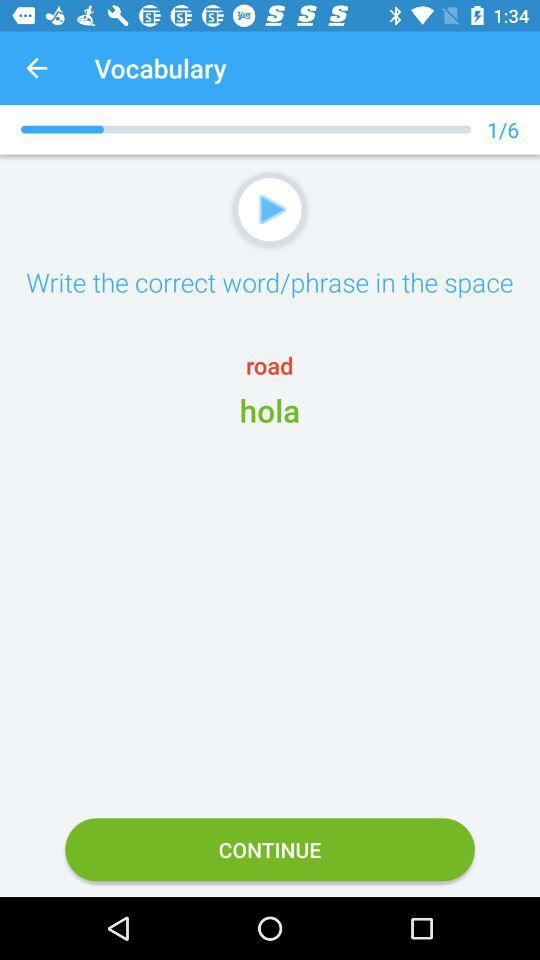 This screenshot has height=960, width=540. Describe the element at coordinates (36, 68) in the screenshot. I see `the icon to the left of the vocabulary icon` at that location.